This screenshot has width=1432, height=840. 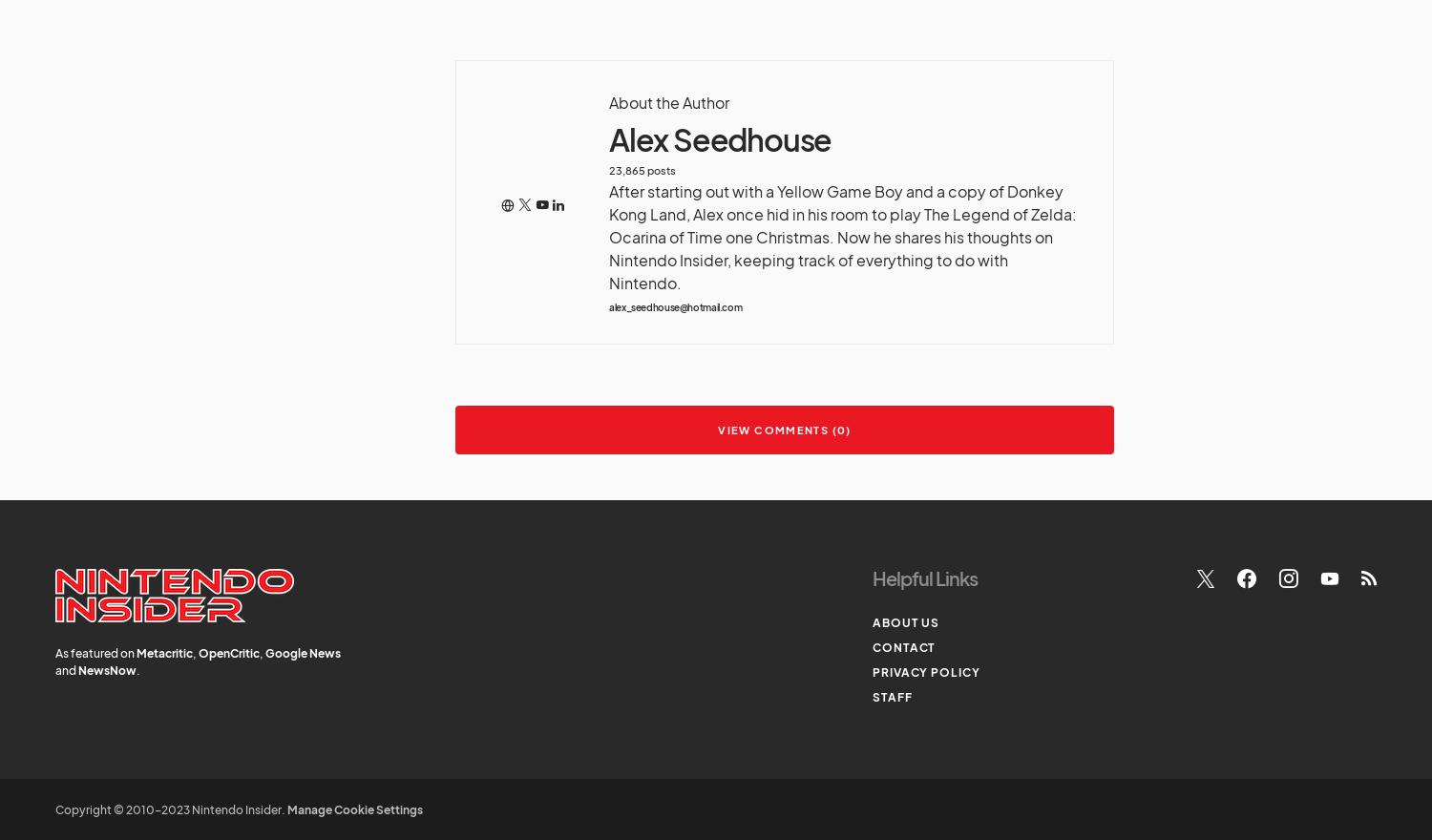 I want to click on '23,865 posts', so click(x=608, y=168).